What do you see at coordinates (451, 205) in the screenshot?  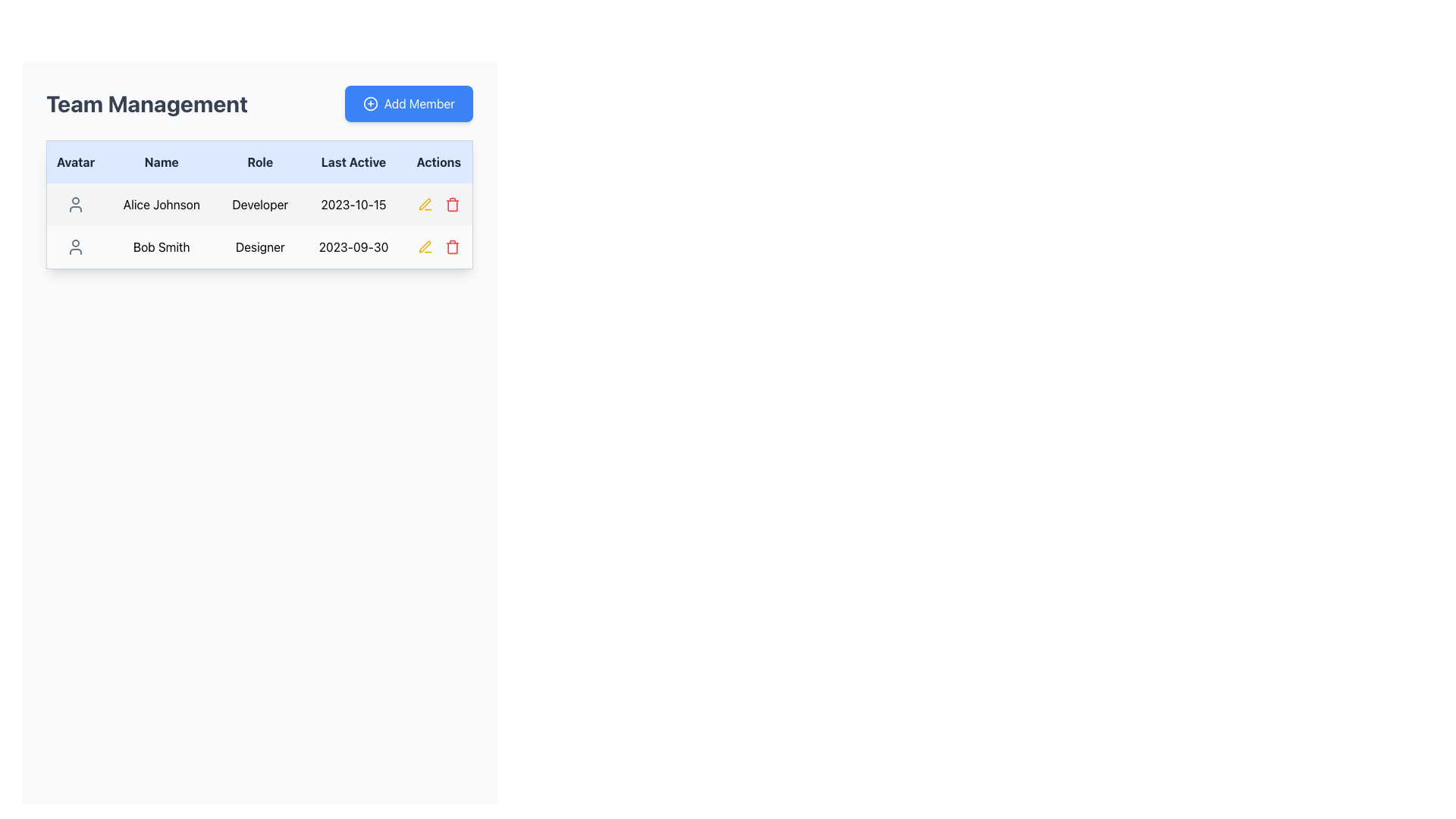 I see `the delete icon button, which is the third interactive icon in the actions column of the second row` at bounding box center [451, 205].